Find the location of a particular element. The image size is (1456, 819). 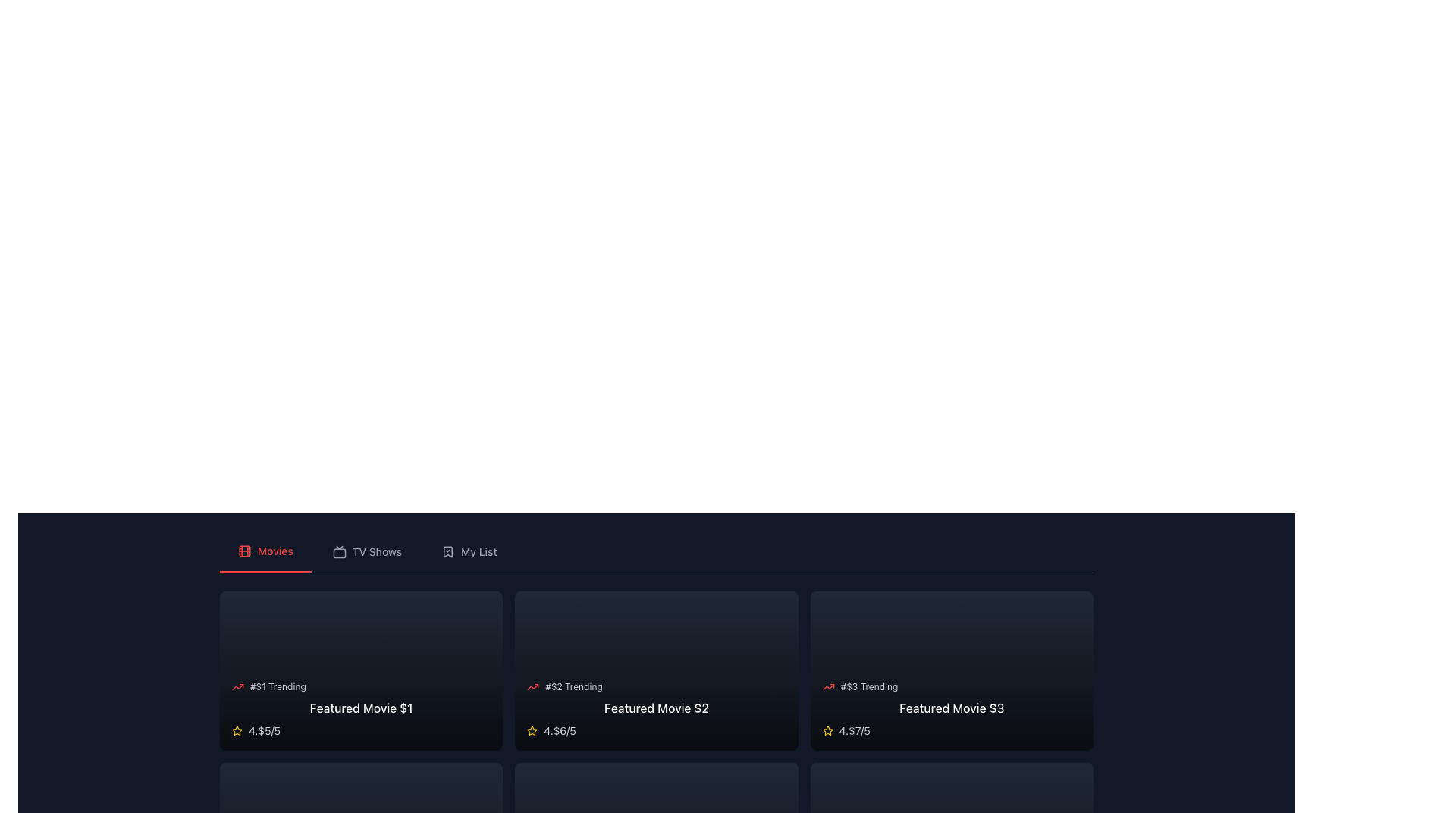

the 'Movies' option in the Navigation menu is located at coordinates (656, 552).